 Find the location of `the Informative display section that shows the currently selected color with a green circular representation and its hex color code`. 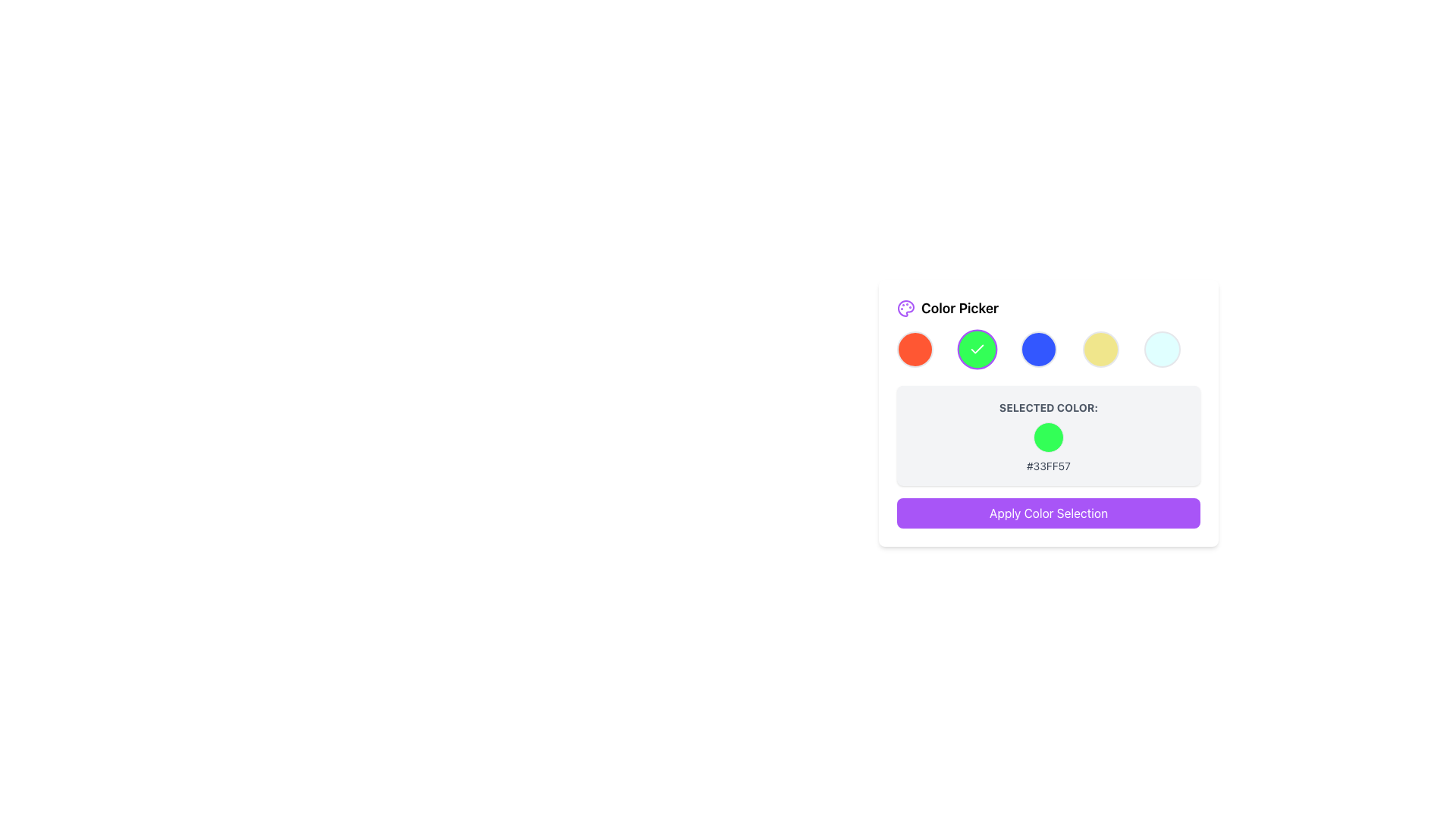

the Informative display section that shows the currently selected color with a green circular representation and its hex color code is located at coordinates (1047, 435).